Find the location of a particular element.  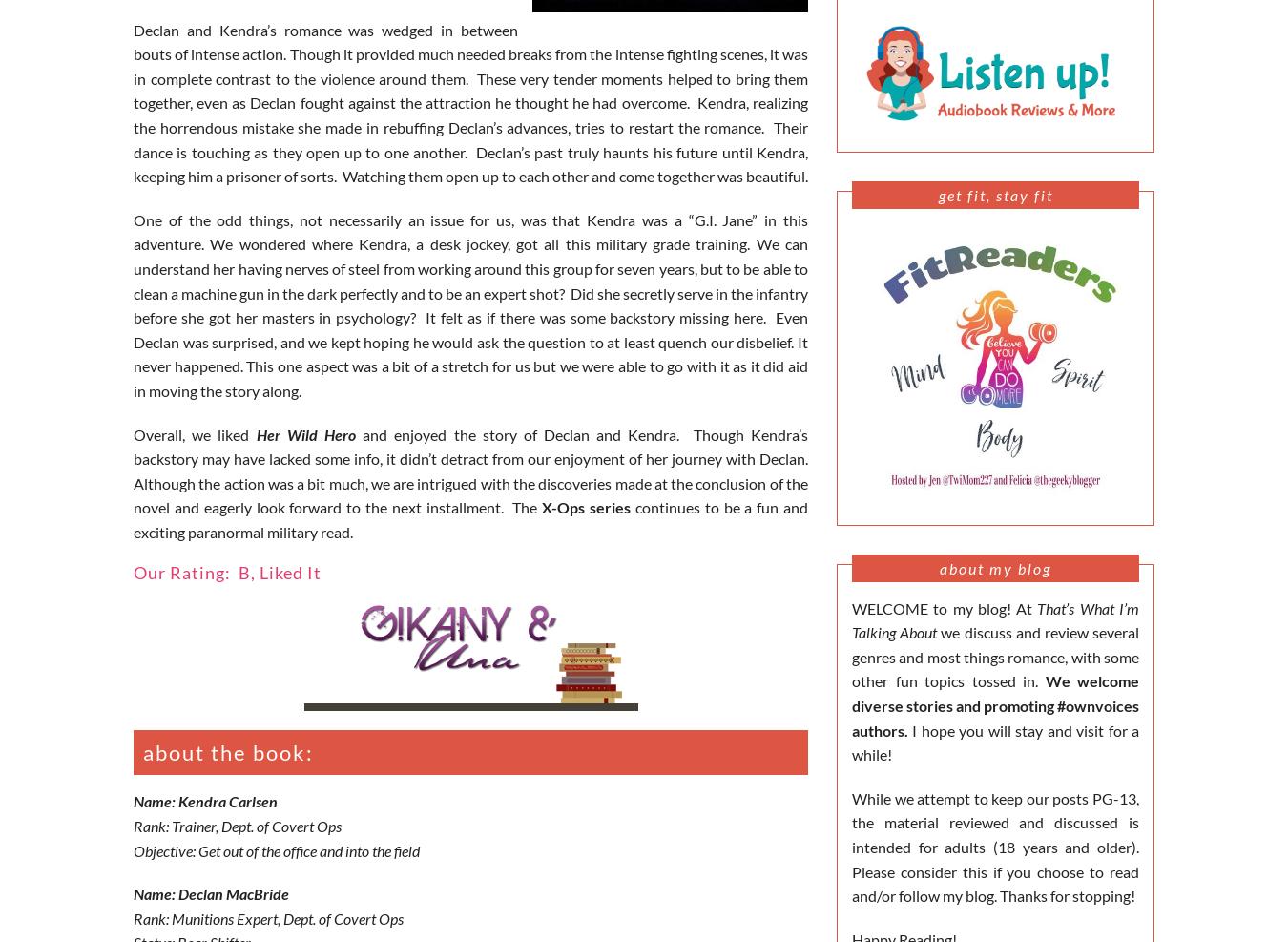

'Name: Kendra Carlsen' is located at coordinates (205, 801).